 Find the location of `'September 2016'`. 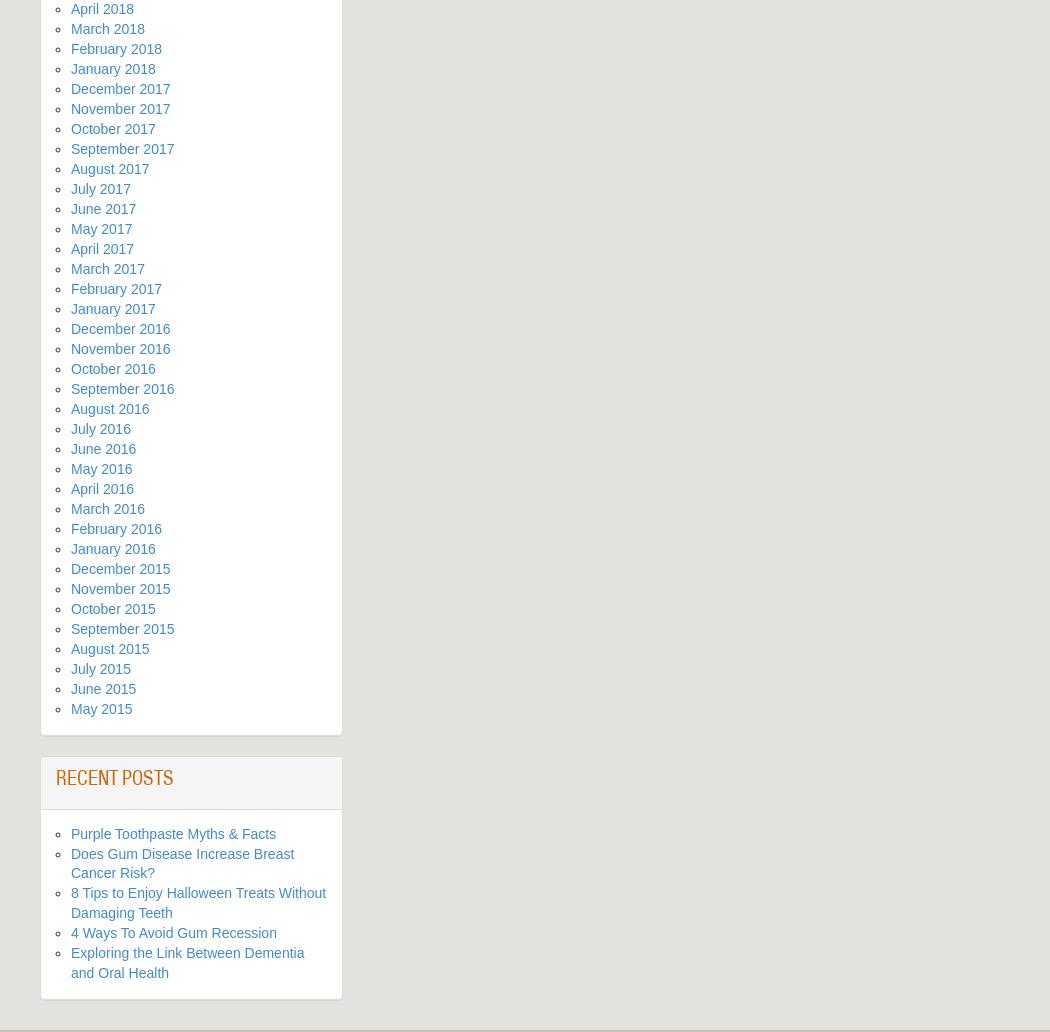

'September 2016' is located at coordinates (121, 387).